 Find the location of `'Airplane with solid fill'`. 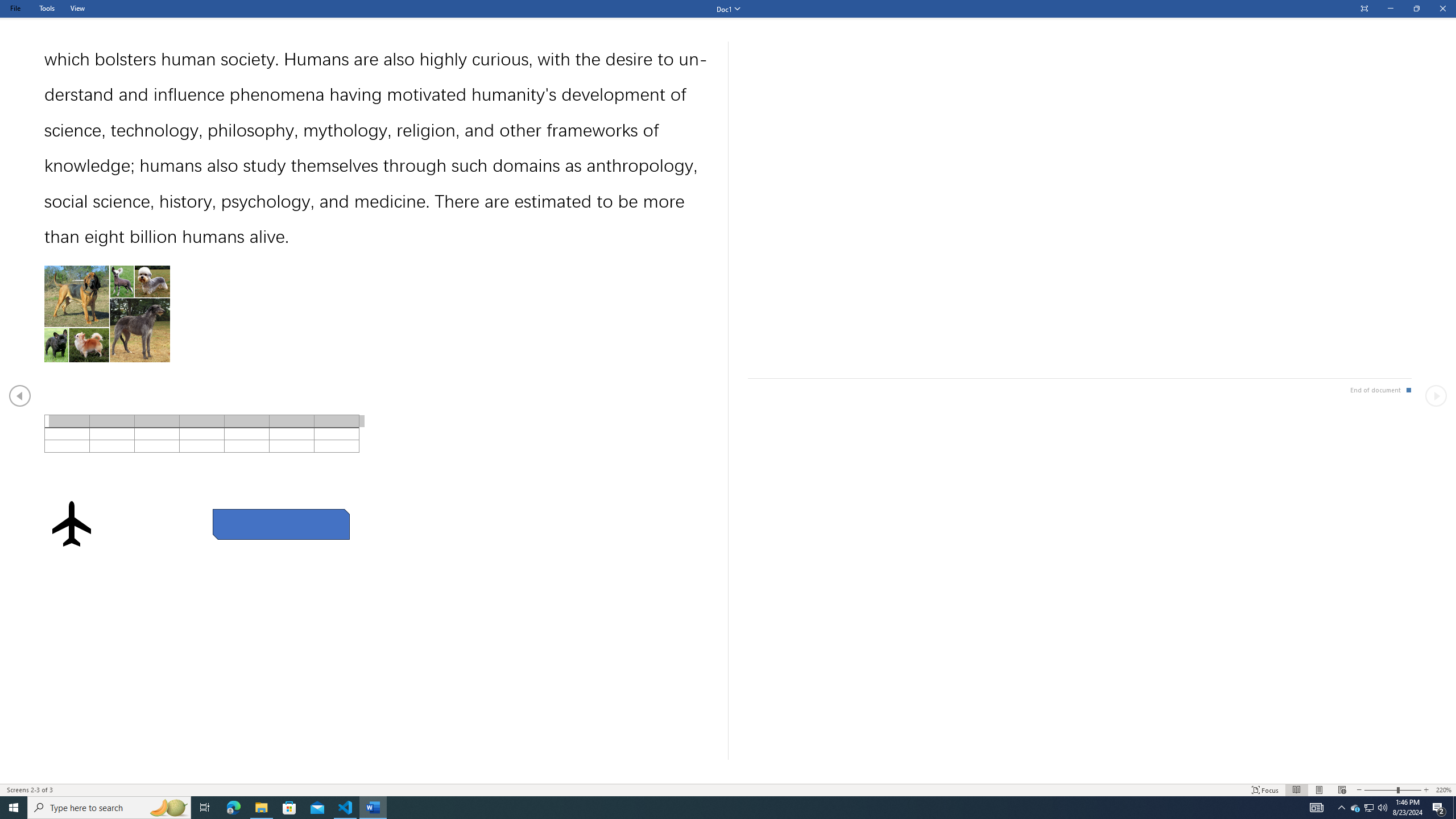

'Airplane with solid fill' is located at coordinates (71, 523).